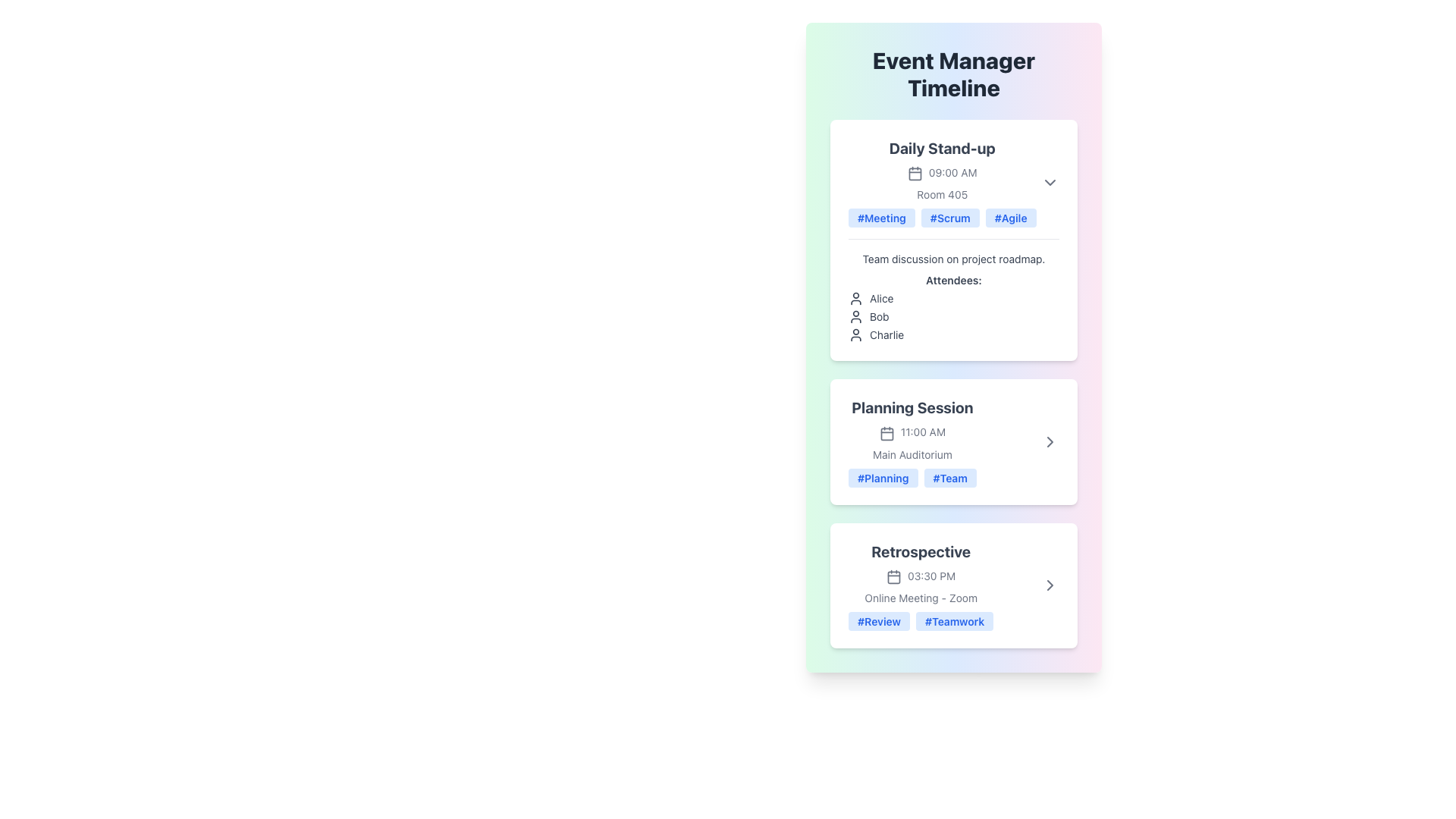 This screenshot has width=1456, height=819. Describe the element at coordinates (1050, 441) in the screenshot. I see `the right-pointing chevron icon button located at the rightmost side of the 'Planning Session' card` at that location.